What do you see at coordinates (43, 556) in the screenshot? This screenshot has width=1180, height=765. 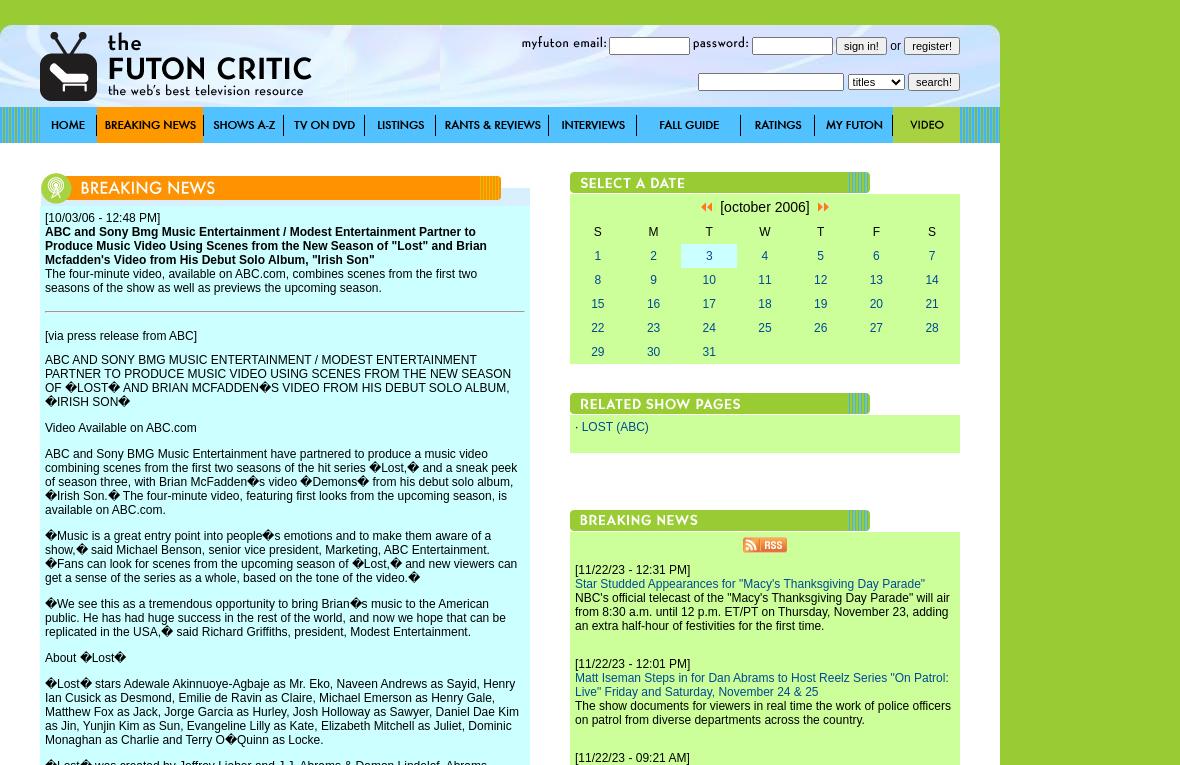 I see `'�Music is a great entry point into people�s emotions and to make them aware of a show,� said Michael Benson, senior vice president, Marketing, ABC Entertainment. �Fans can look for scenes from the upcoming season of �Lost,� and new viewers can get a sense of the series as a whole, based on the tone of the video.�'` at bounding box center [43, 556].